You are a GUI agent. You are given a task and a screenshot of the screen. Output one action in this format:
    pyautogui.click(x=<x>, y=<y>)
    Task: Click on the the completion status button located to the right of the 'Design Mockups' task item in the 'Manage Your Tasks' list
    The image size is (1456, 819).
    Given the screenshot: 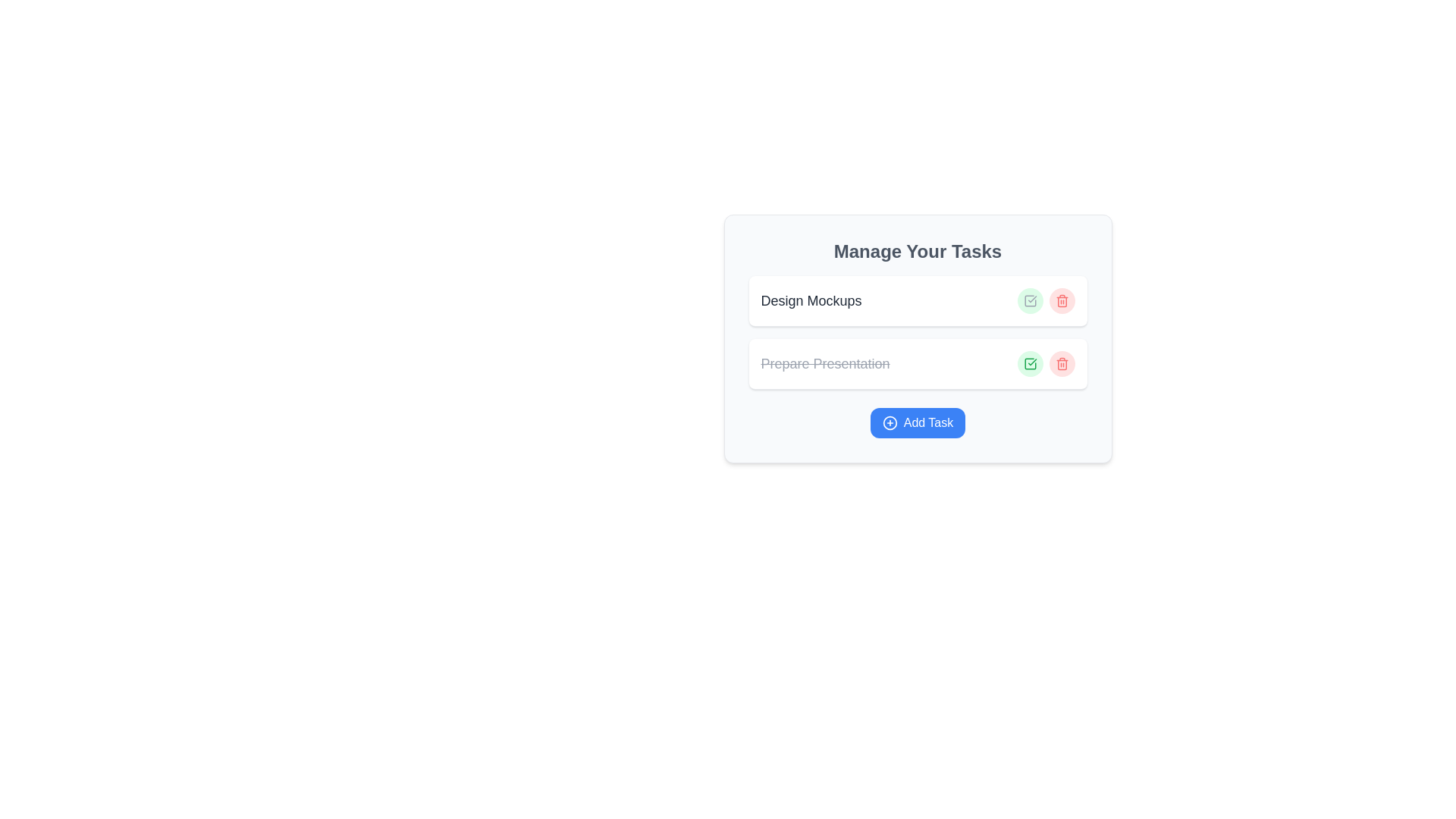 What is the action you would take?
    pyautogui.click(x=1030, y=301)
    